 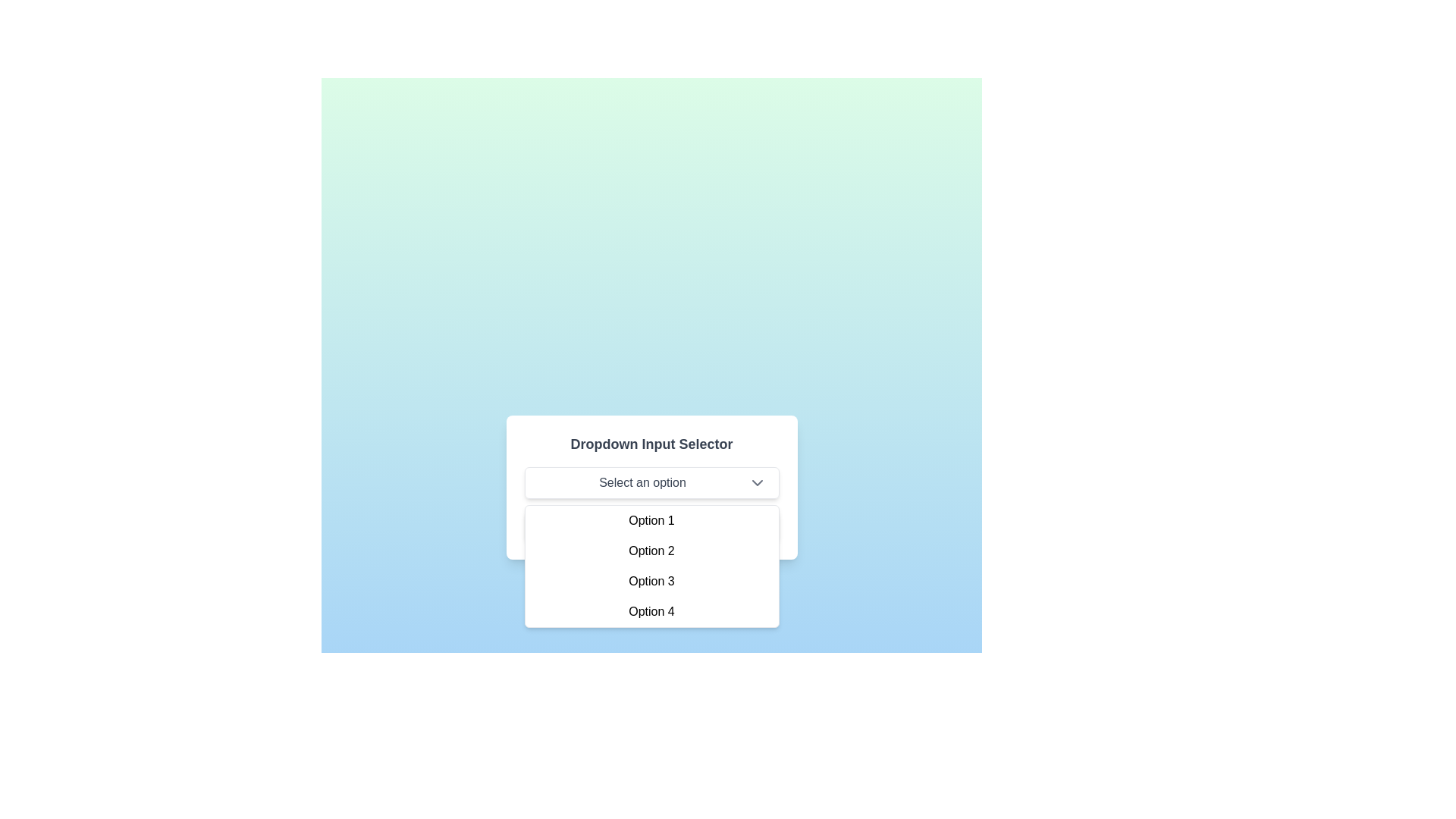 I want to click on the third selectable choice in the dropdown menu, which visually indicates one of the menu options but is non-interactive, so click(x=651, y=581).